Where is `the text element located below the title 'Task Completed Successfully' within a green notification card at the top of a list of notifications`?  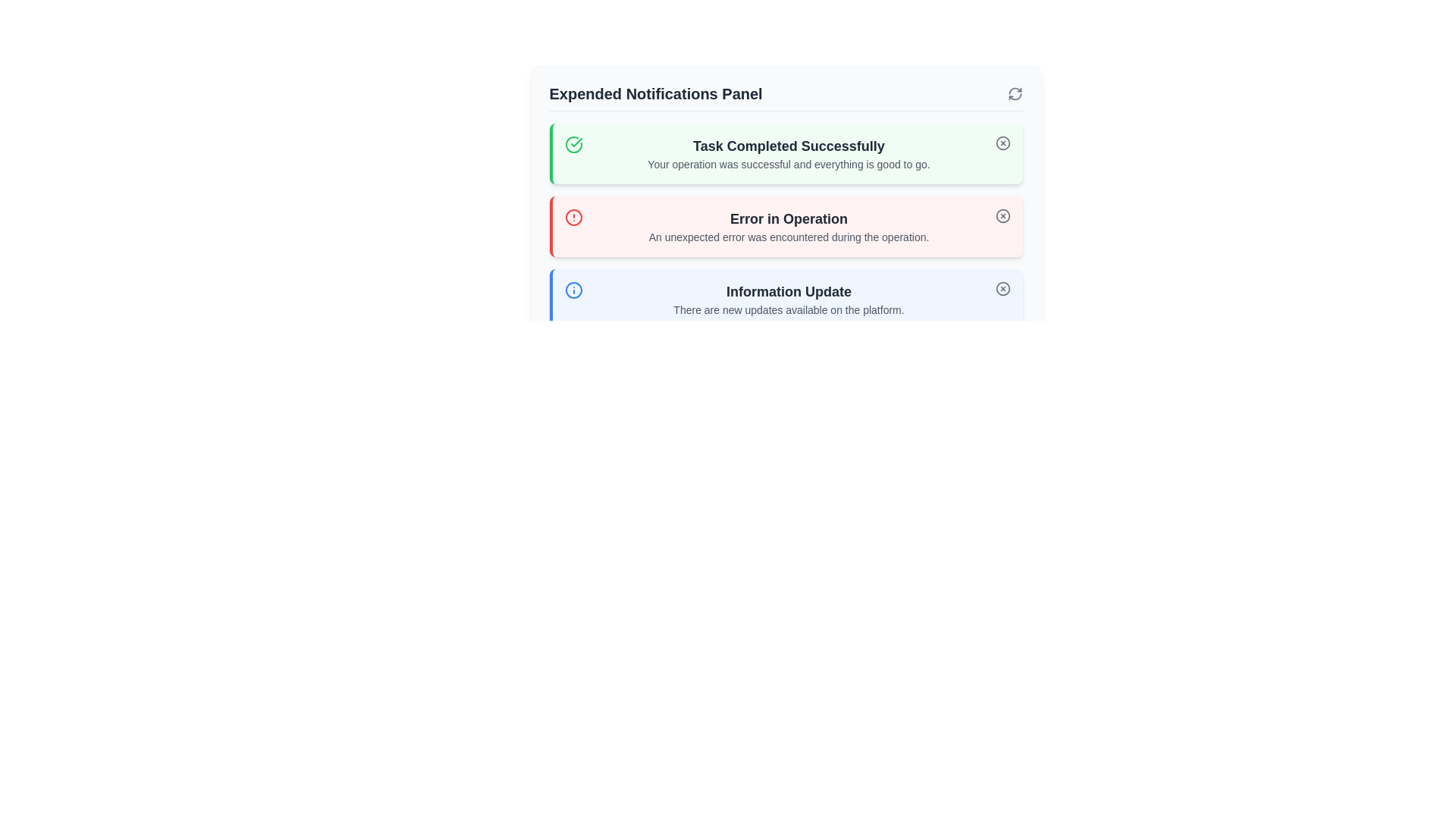 the text element located below the title 'Task Completed Successfully' within a green notification card at the top of a list of notifications is located at coordinates (789, 164).